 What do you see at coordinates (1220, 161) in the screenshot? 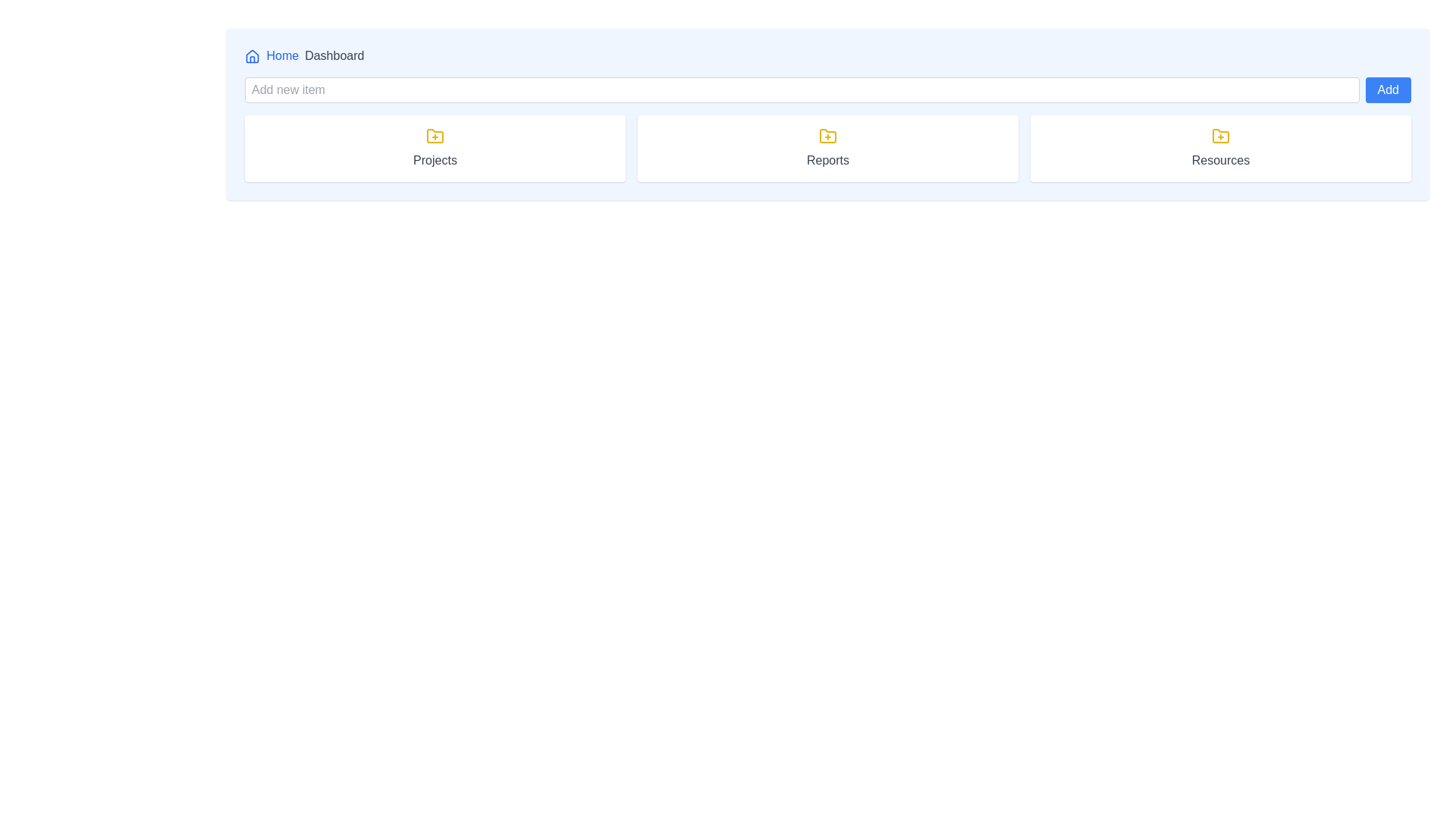
I see `text label 'Resources' styled in a smaller gray font located in the content card with a white background and rounded corners` at bounding box center [1220, 161].